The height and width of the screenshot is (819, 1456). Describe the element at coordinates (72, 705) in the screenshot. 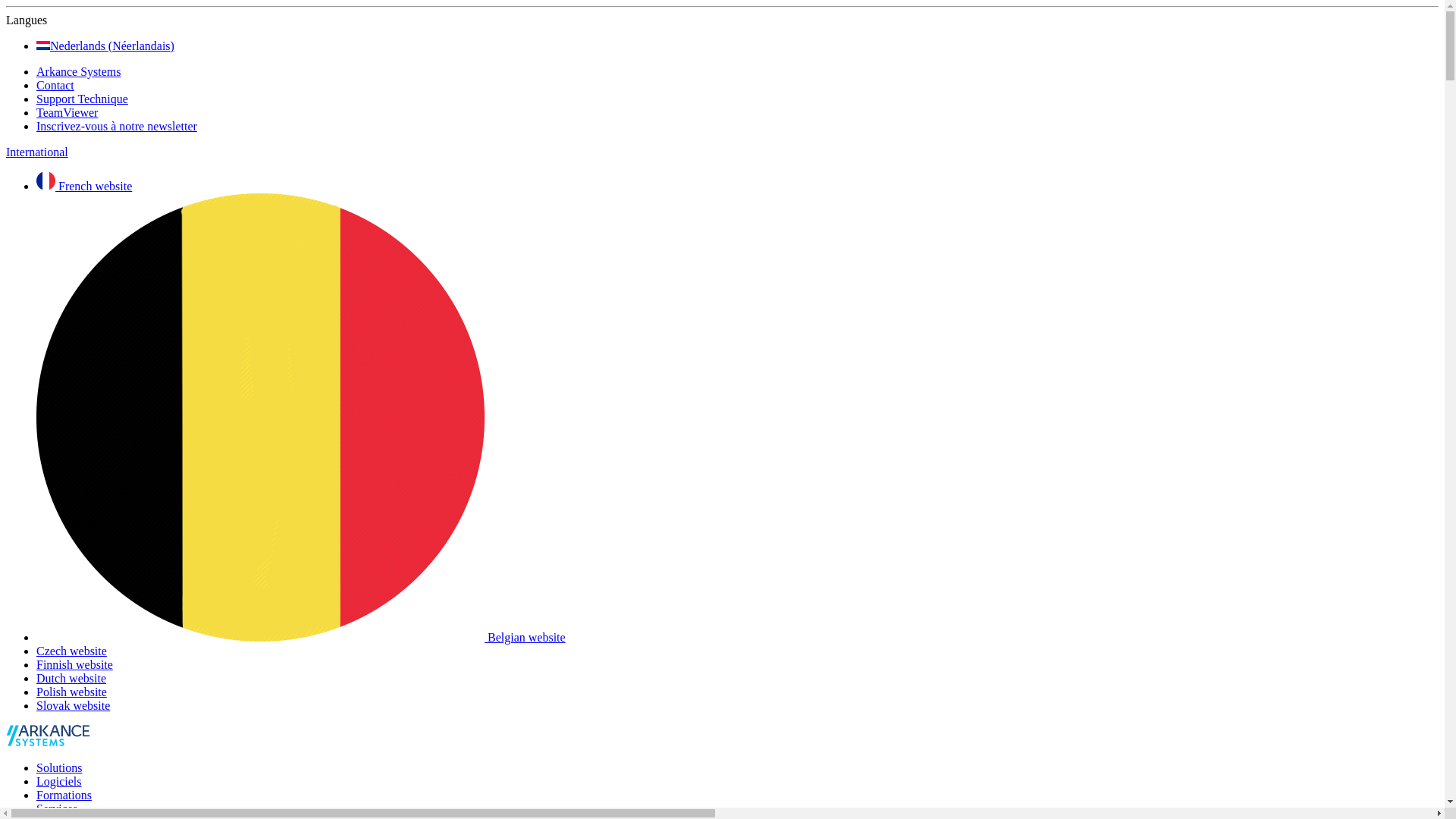

I see `'Slovak website'` at that location.